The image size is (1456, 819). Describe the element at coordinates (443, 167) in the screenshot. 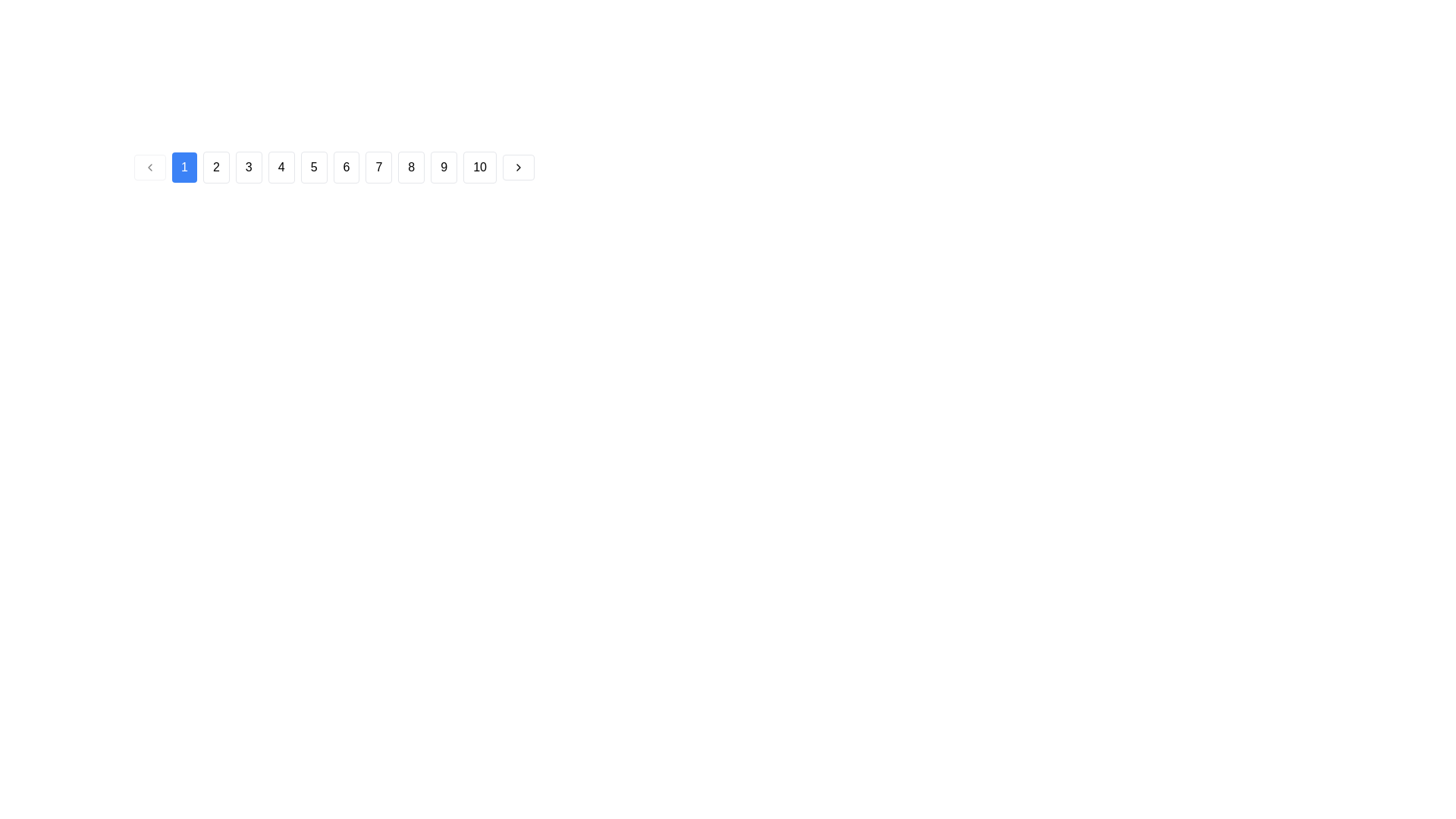

I see `the button labeled '9'` at that location.